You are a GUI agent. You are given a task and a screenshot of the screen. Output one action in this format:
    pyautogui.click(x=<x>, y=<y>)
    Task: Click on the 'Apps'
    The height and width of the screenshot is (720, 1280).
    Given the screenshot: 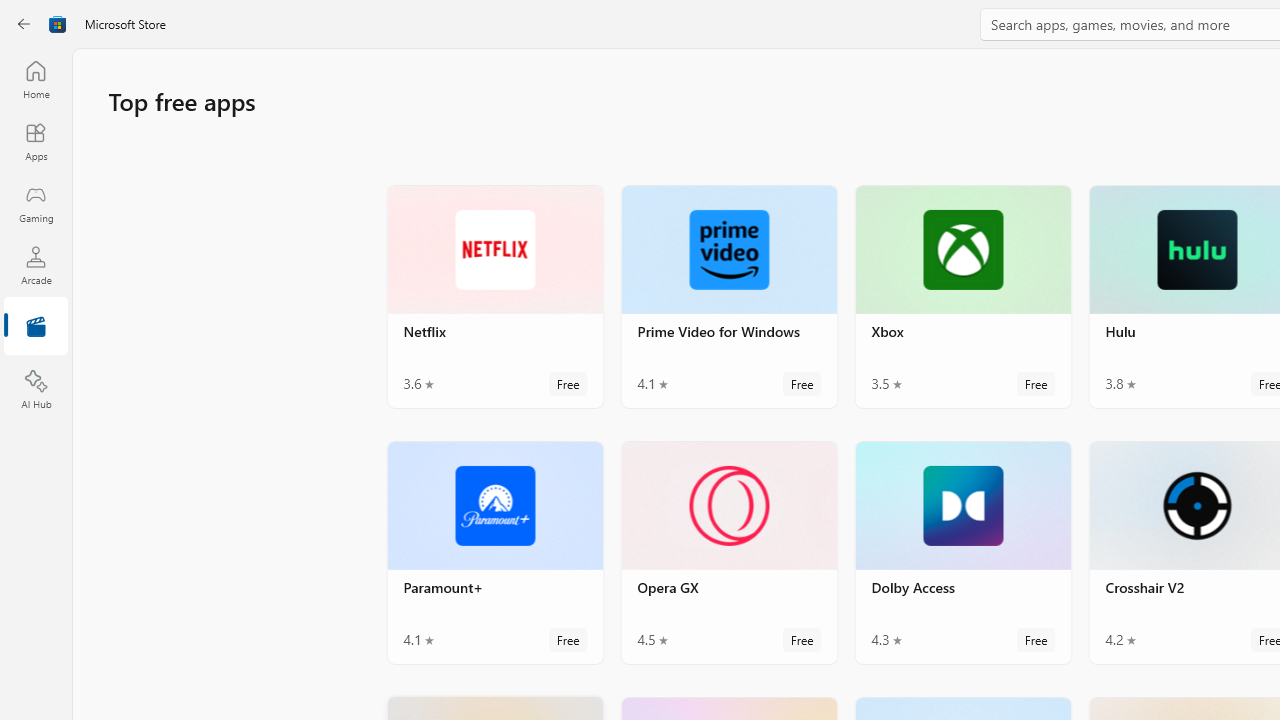 What is the action you would take?
    pyautogui.click(x=35, y=140)
    